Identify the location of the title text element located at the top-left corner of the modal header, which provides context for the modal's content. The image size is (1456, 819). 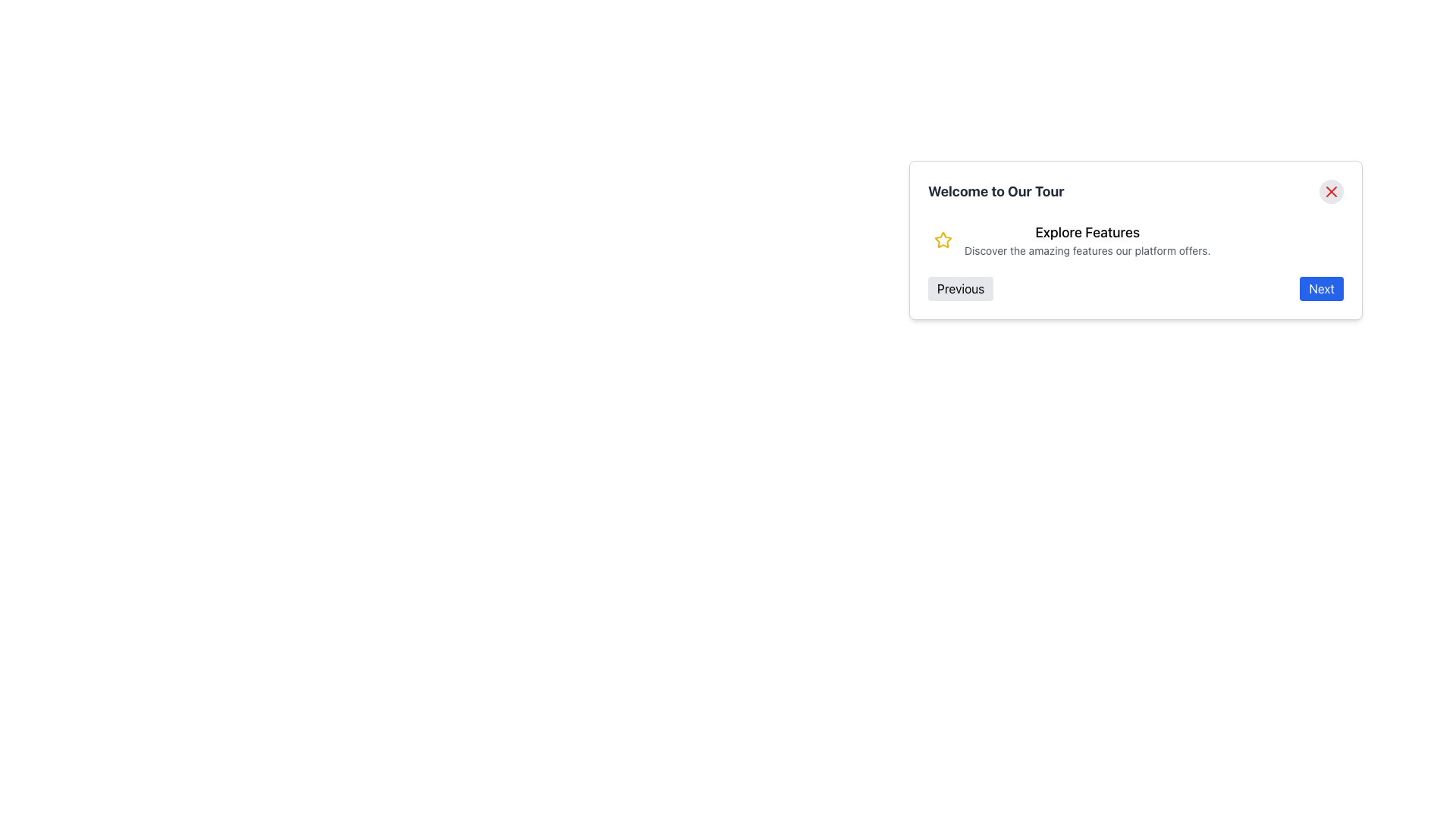
(996, 191).